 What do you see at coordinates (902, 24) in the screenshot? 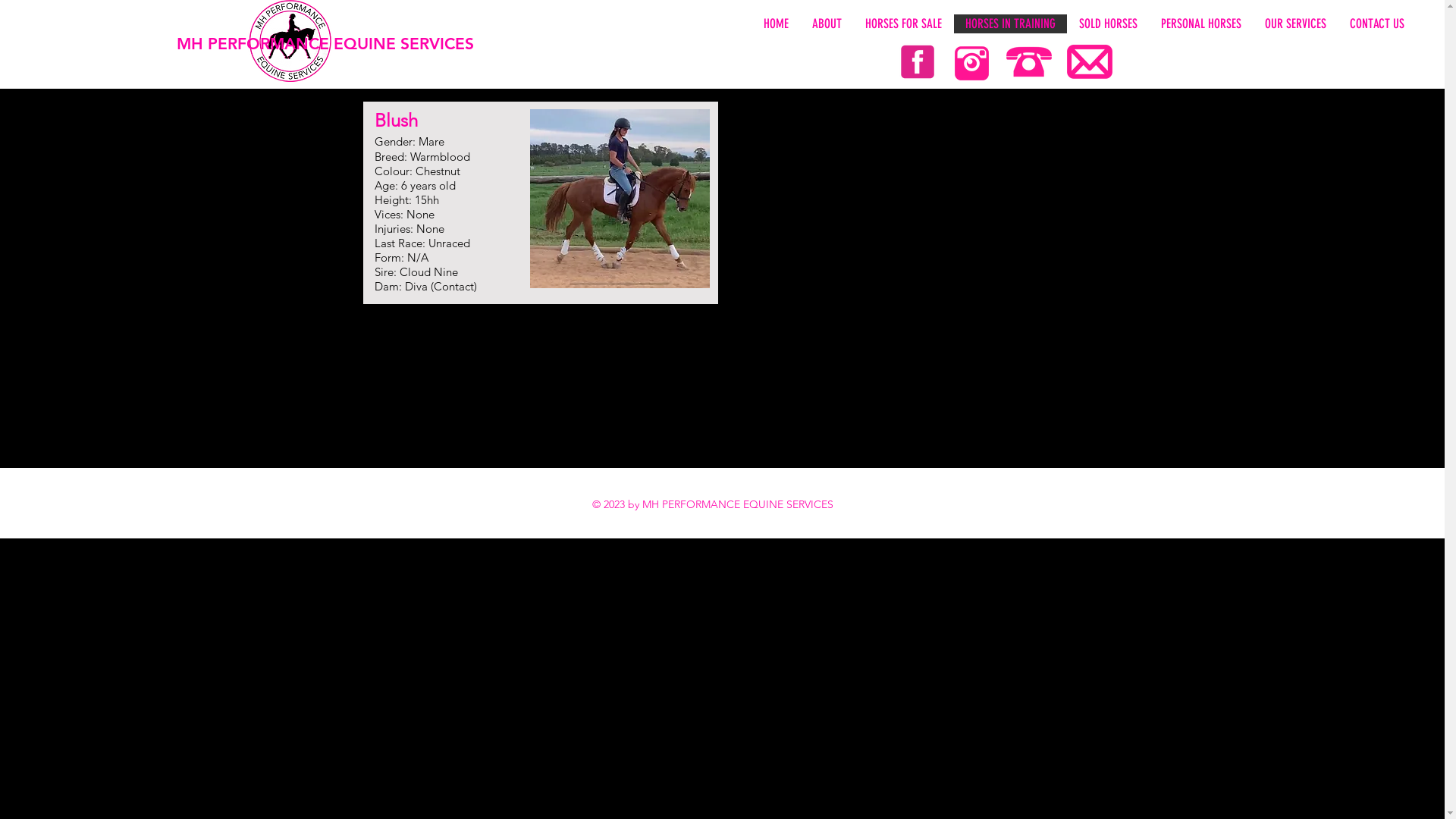
I see `'HORSES FOR SALE'` at bounding box center [902, 24].